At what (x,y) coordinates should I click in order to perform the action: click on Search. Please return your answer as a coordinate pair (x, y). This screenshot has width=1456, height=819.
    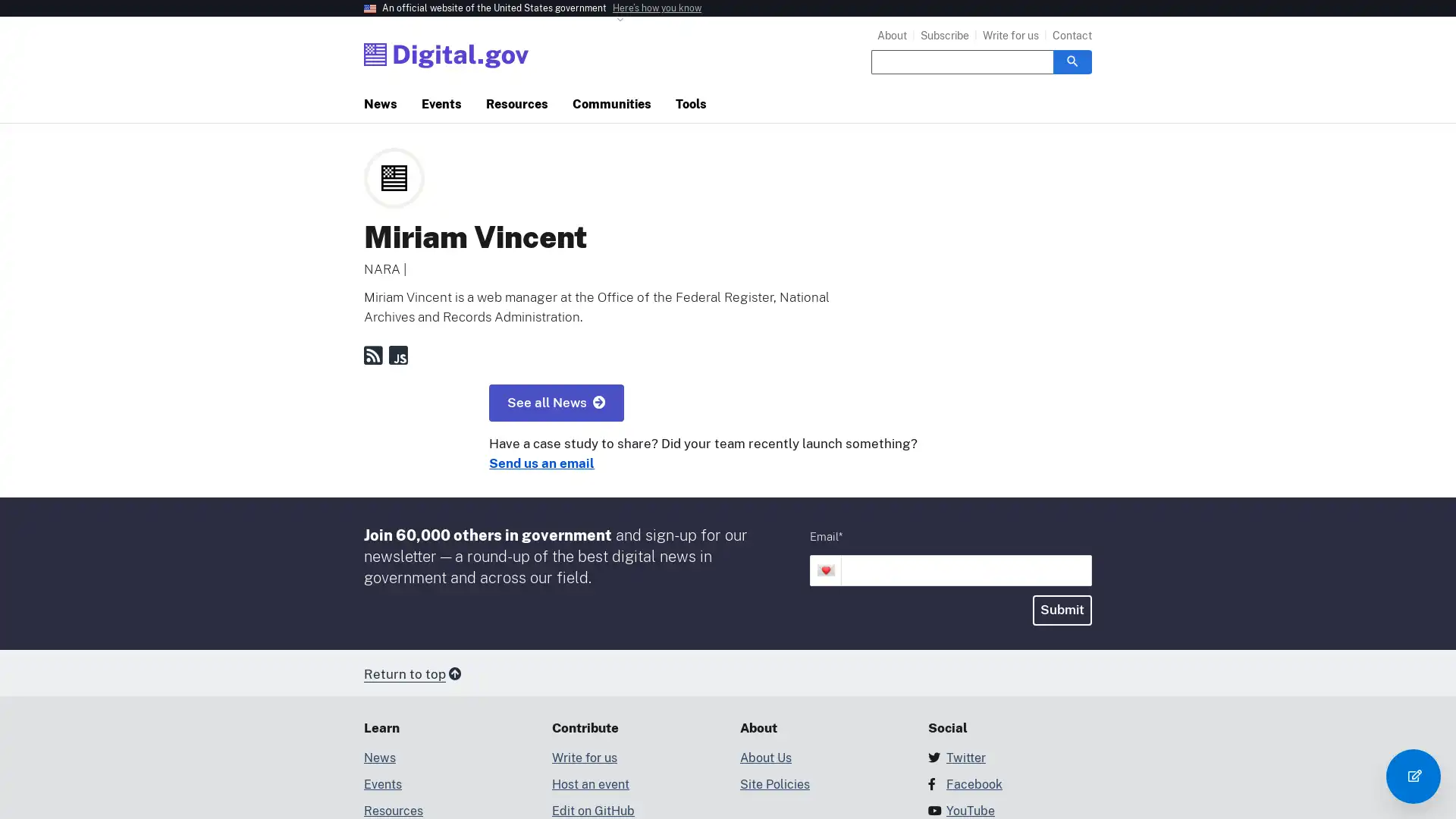
    Looking at the image, I should click on (1072, 61).